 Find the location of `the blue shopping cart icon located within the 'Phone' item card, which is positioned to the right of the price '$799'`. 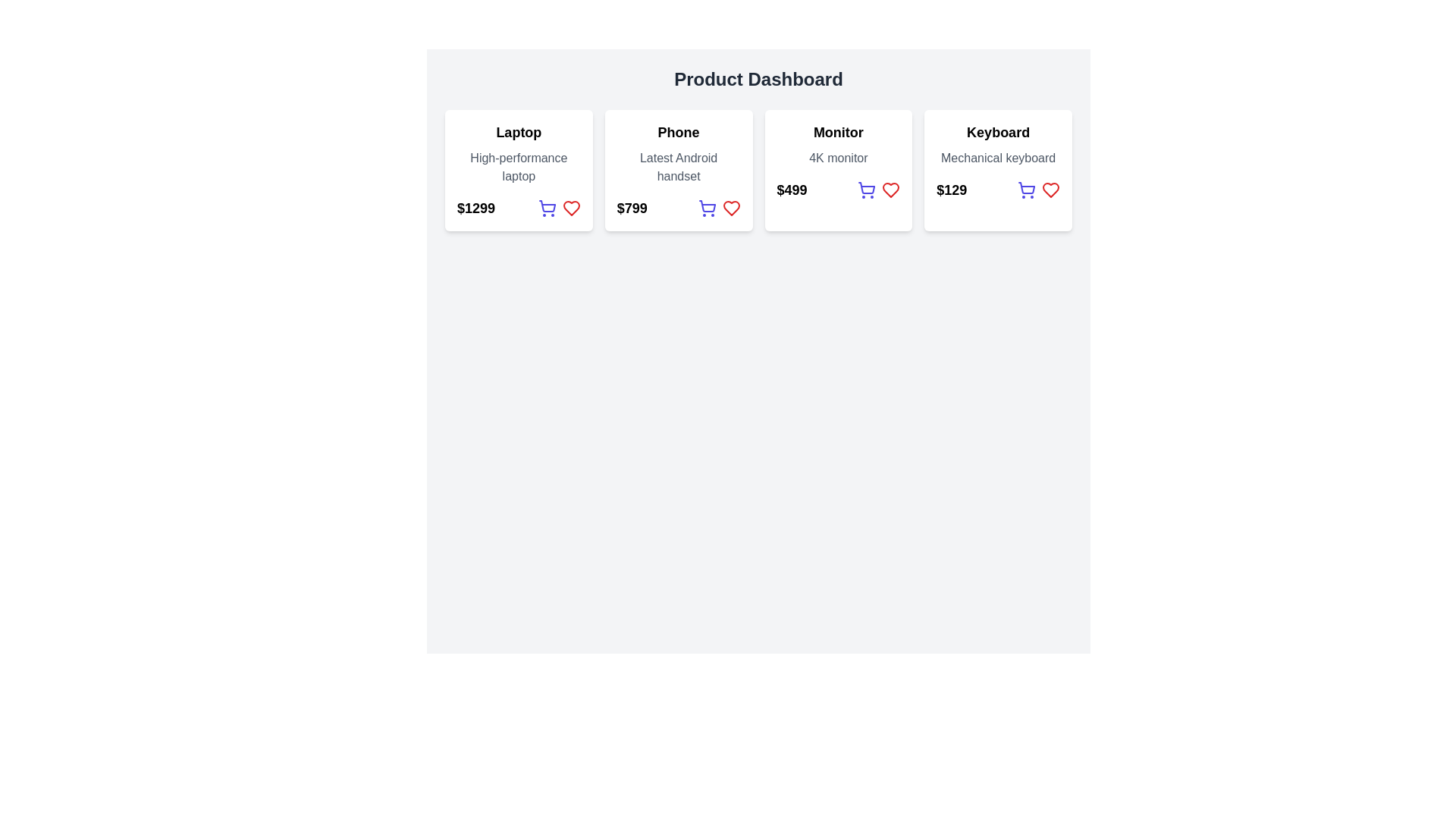

the blue shopping cart icon located within the 'Phone' item card, which is positioned to the right of the price '$799' is located at coordinates (718, 208).